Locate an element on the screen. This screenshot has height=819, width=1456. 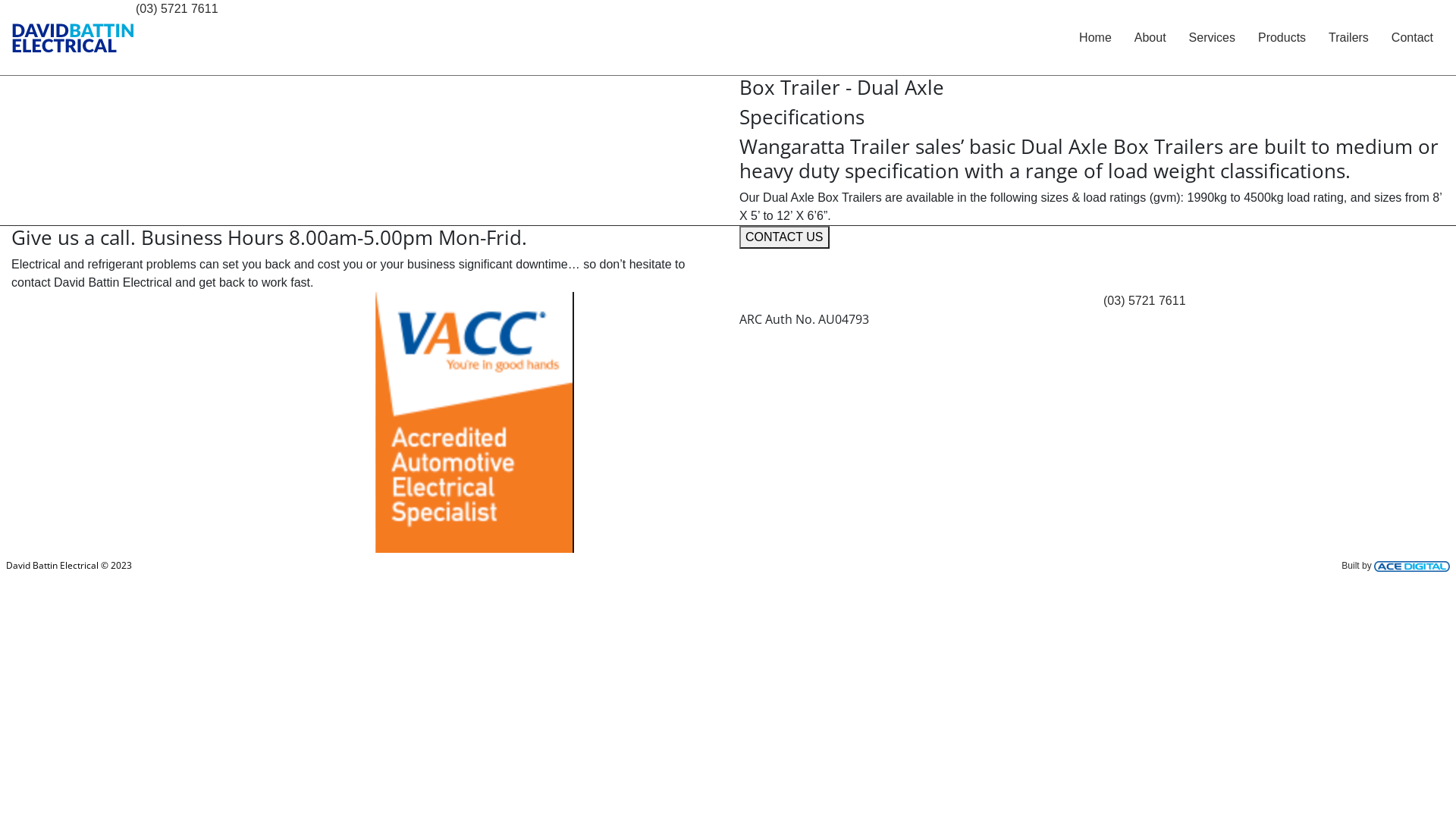
'Home' is located at coordinates (1095, 37).